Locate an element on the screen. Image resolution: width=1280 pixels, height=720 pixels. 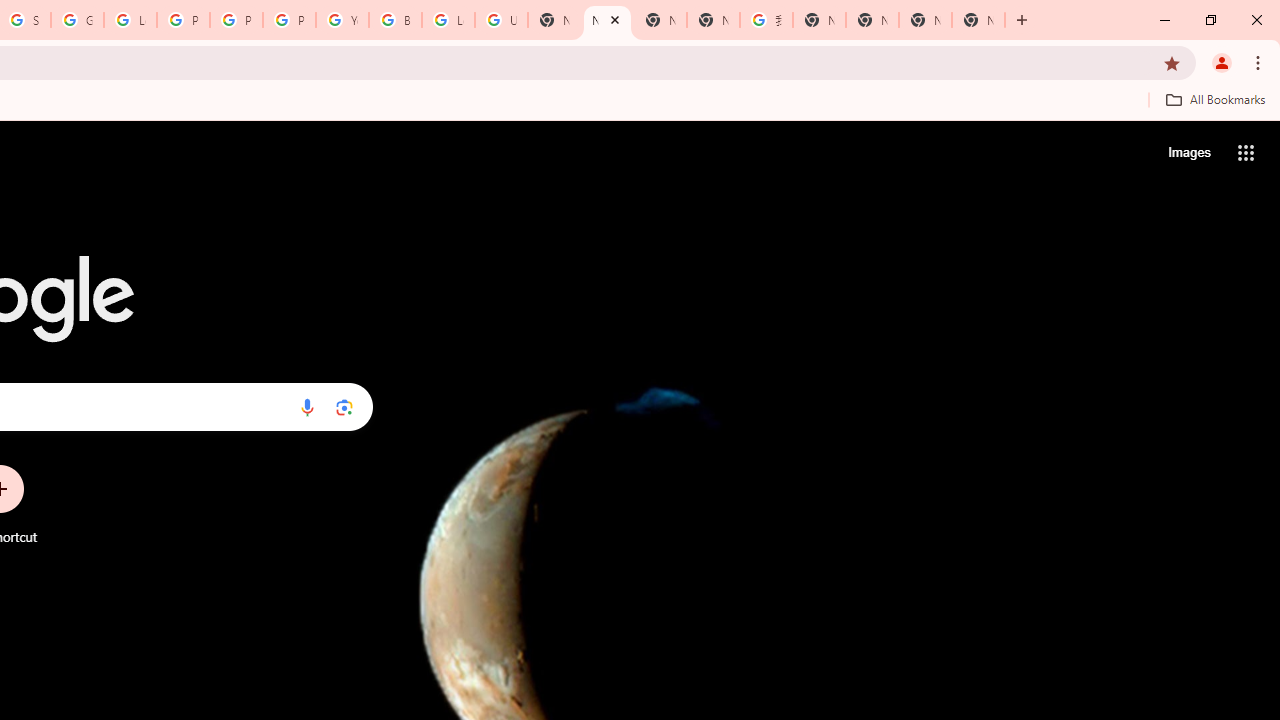
'Chrome' is located at coordinates (1259, 61).